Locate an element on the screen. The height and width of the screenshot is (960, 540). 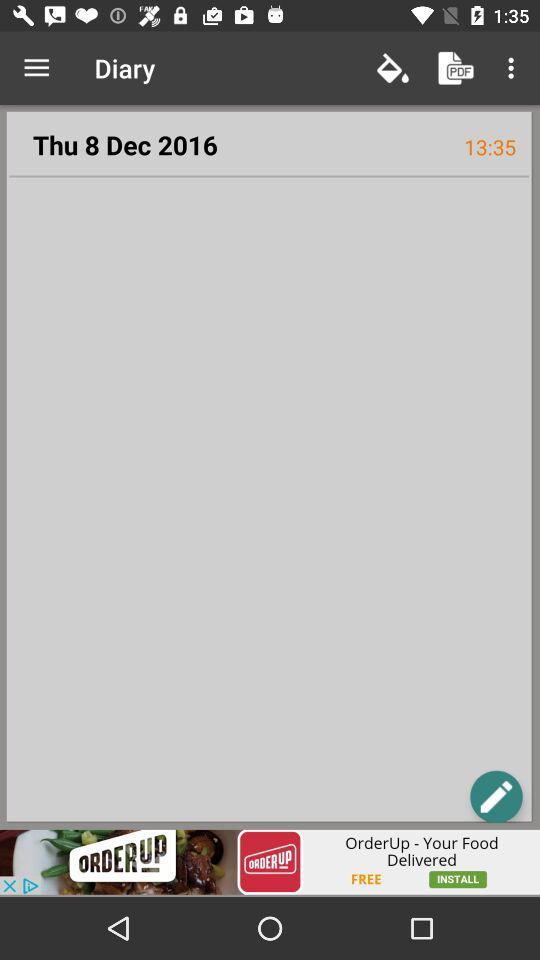
advertisement is located at coordinates (270, 861).